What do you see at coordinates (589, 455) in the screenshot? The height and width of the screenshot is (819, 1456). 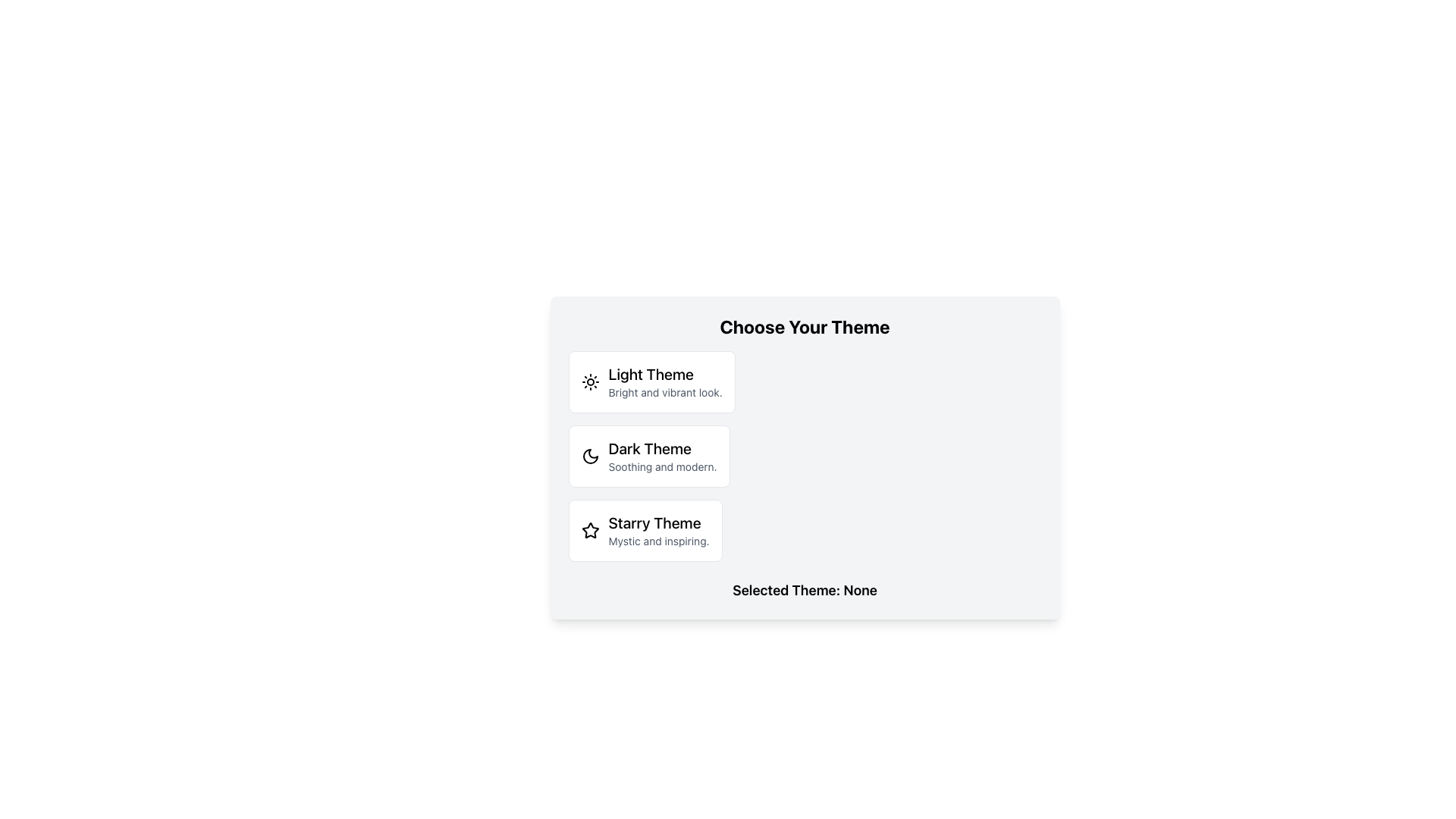 I see `the 'dark mode' icon in the 'Choose Your Theme' card, specifically the second option in the vertical list of themes` at bounding box center [589, 455].